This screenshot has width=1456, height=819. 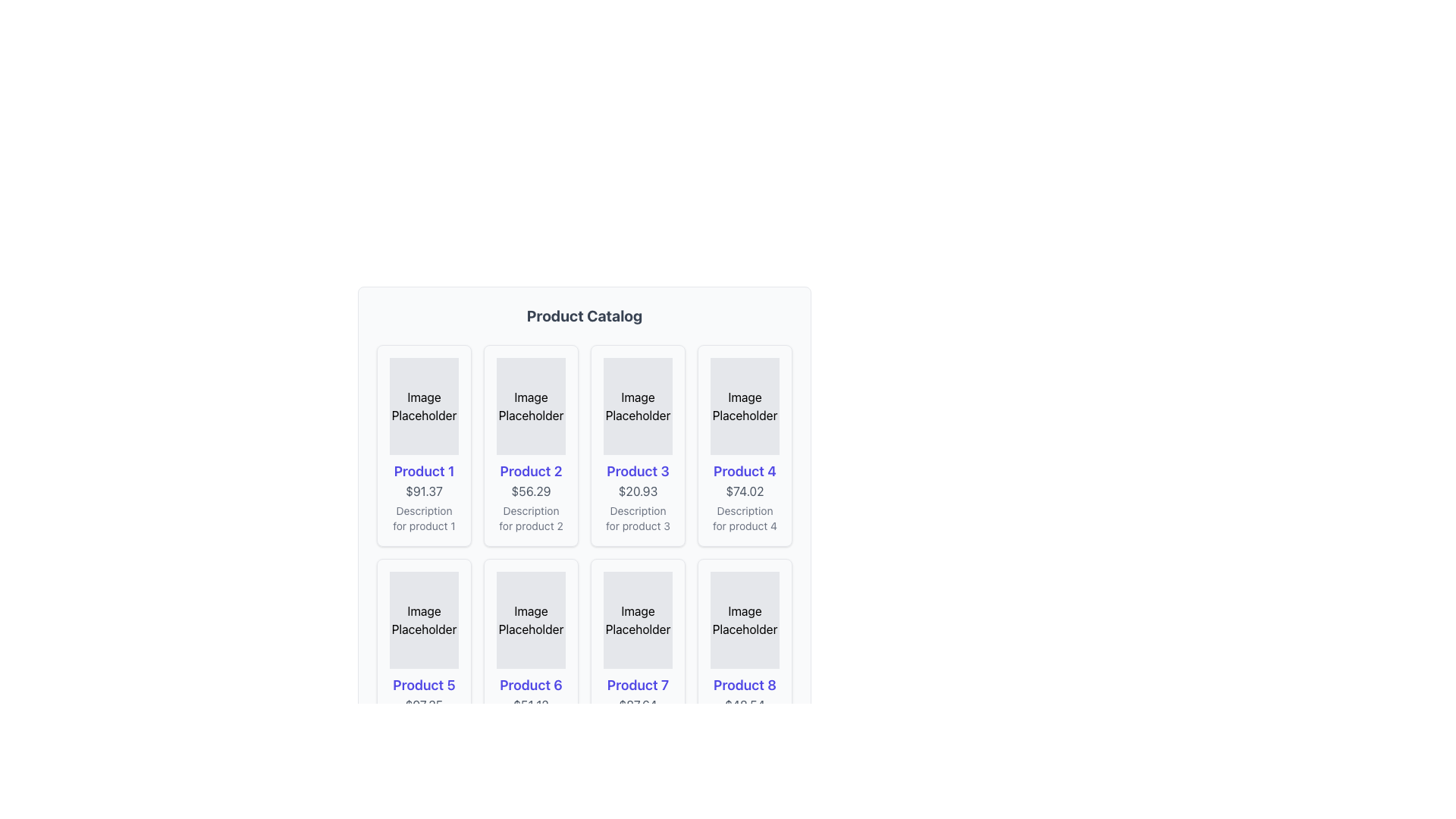 I want to click on the price text label of 'Product 5' located in the second row, first column of the product grid, which is centrally aligned below the product name and above the product description, so click(x=424, y=704).